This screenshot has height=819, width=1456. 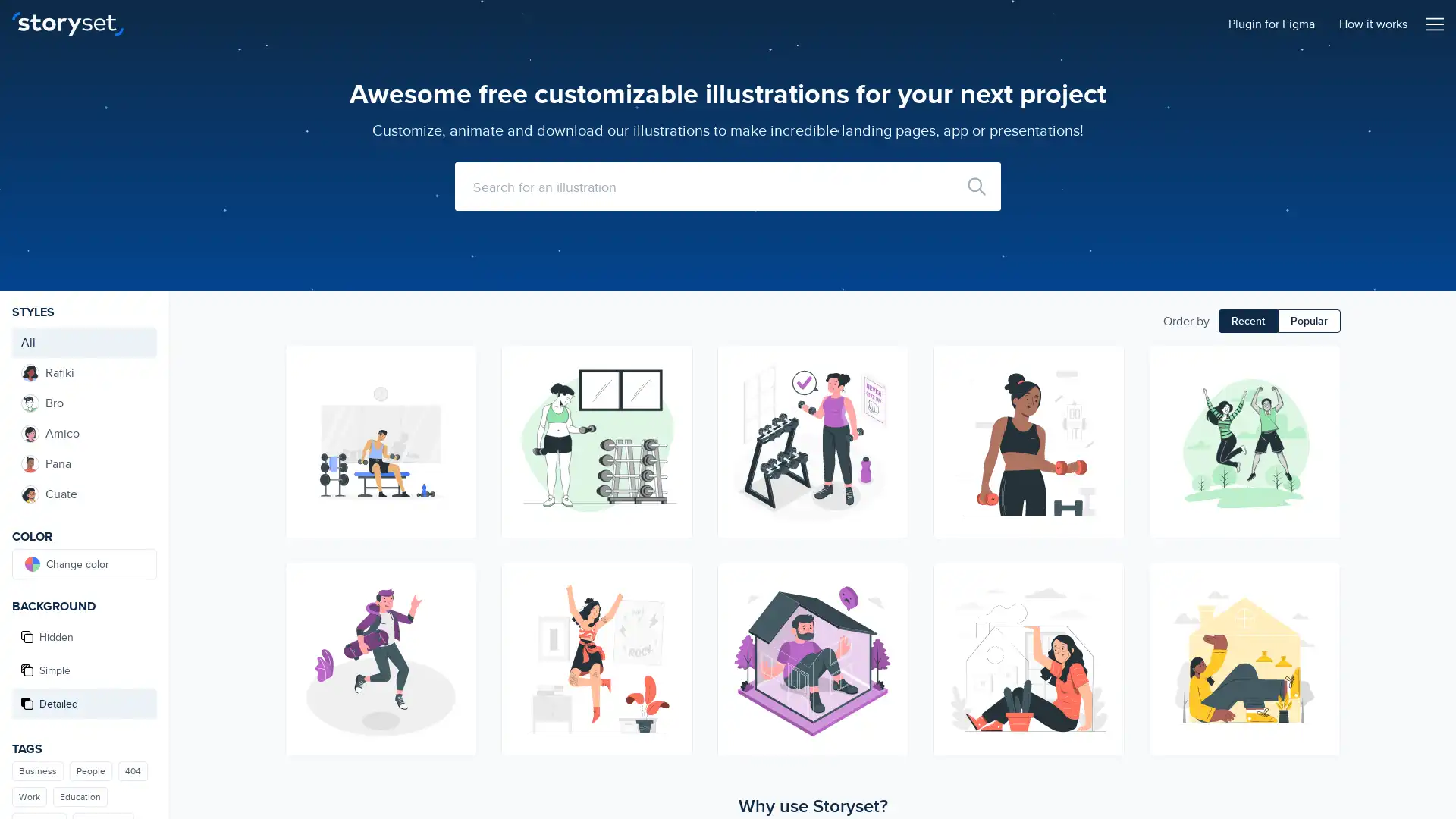 What do you see at coordinates (1320, 607) in the screenshot?
I see `download icon Download` at bounding box center [1320, 607].